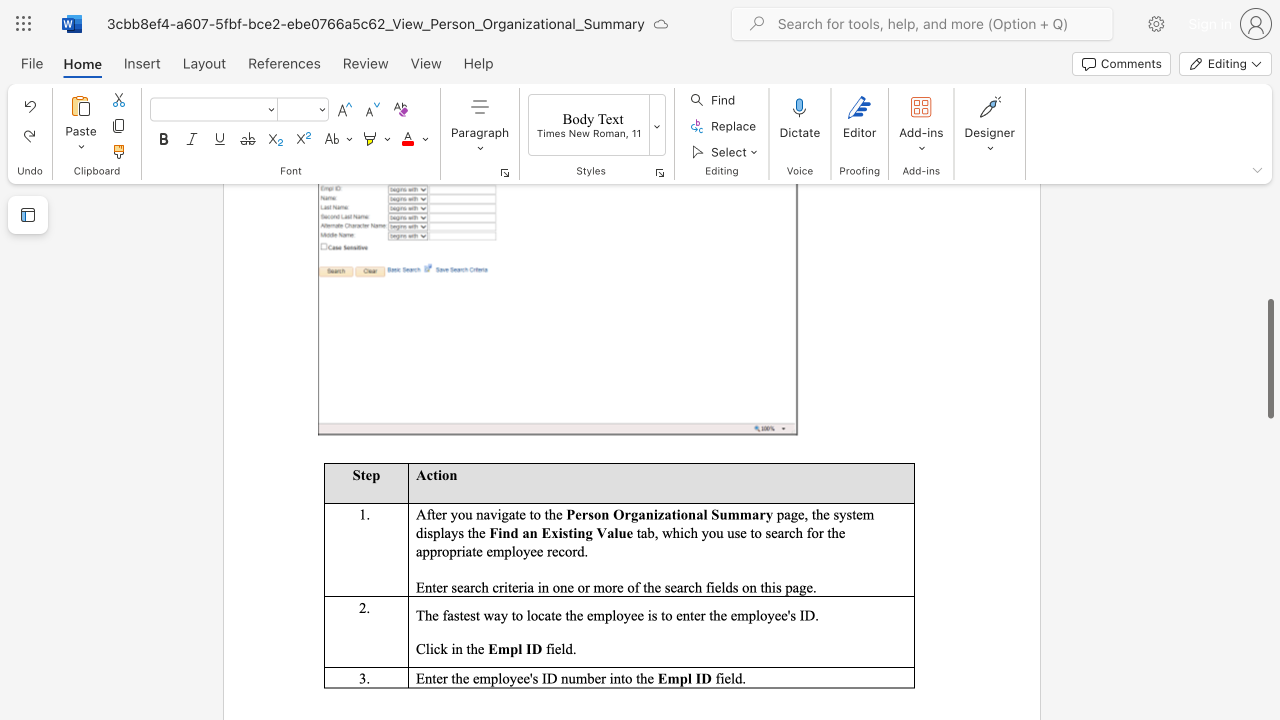  I want to click on the subset text "is" within the text "Find an Existing Value", so click(558, 531).